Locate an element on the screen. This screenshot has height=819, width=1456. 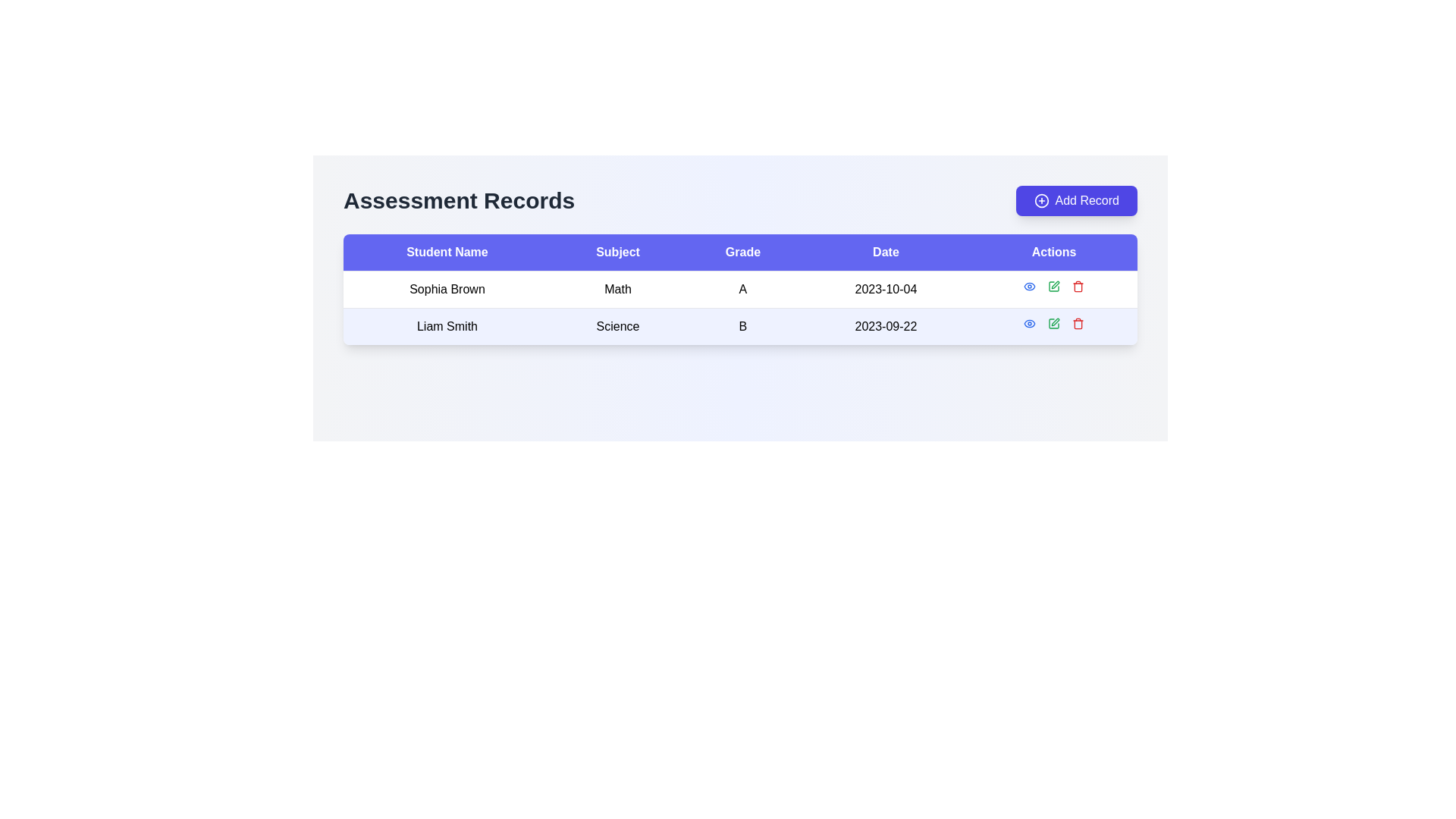
the delete icon button located is located at coordinates (1078, 323).